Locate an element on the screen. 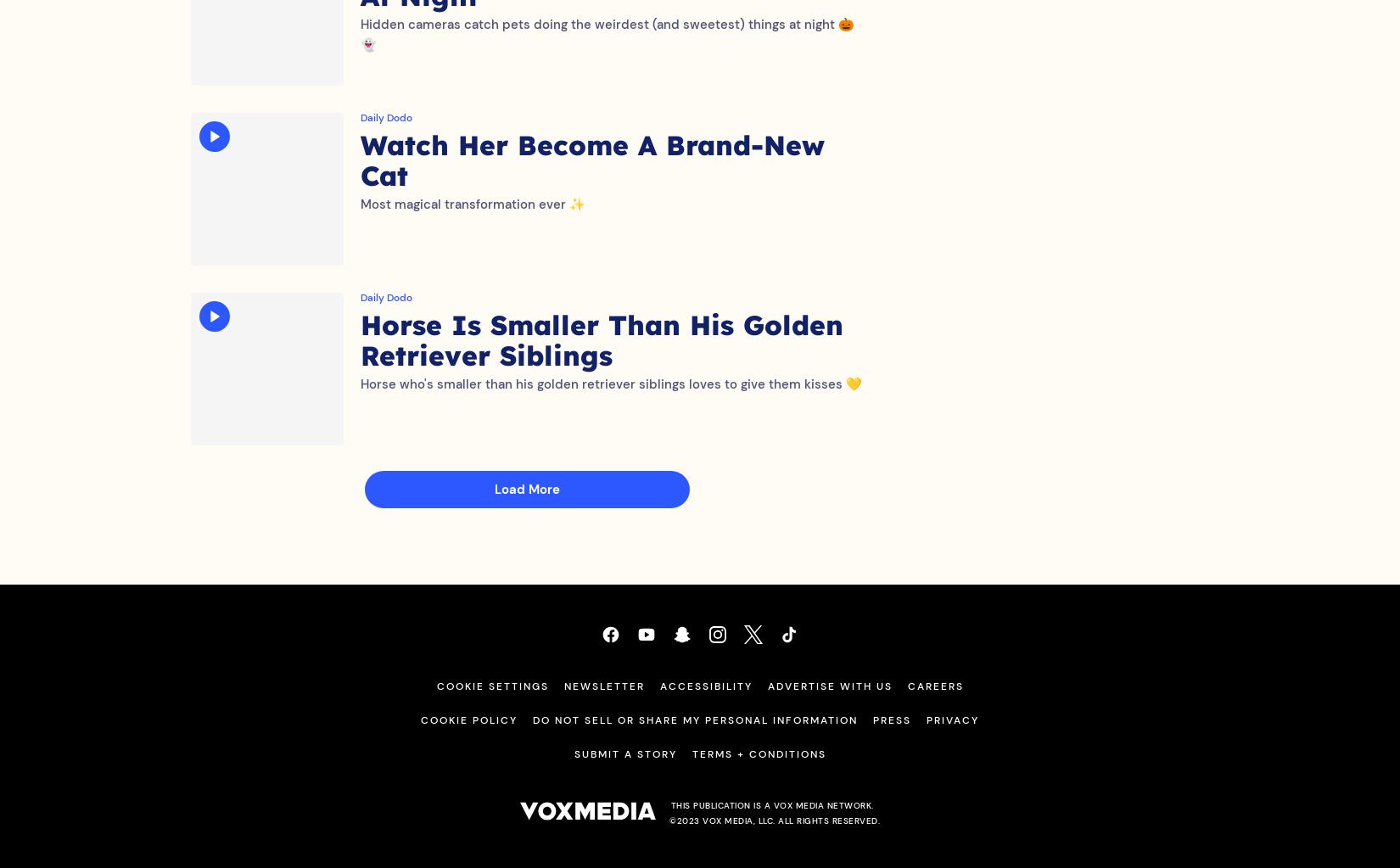 The height and width of the screenshot is (868, 1400). 'Do Not Sell or Share My Personal Information' is located at coordinates (694, 737).